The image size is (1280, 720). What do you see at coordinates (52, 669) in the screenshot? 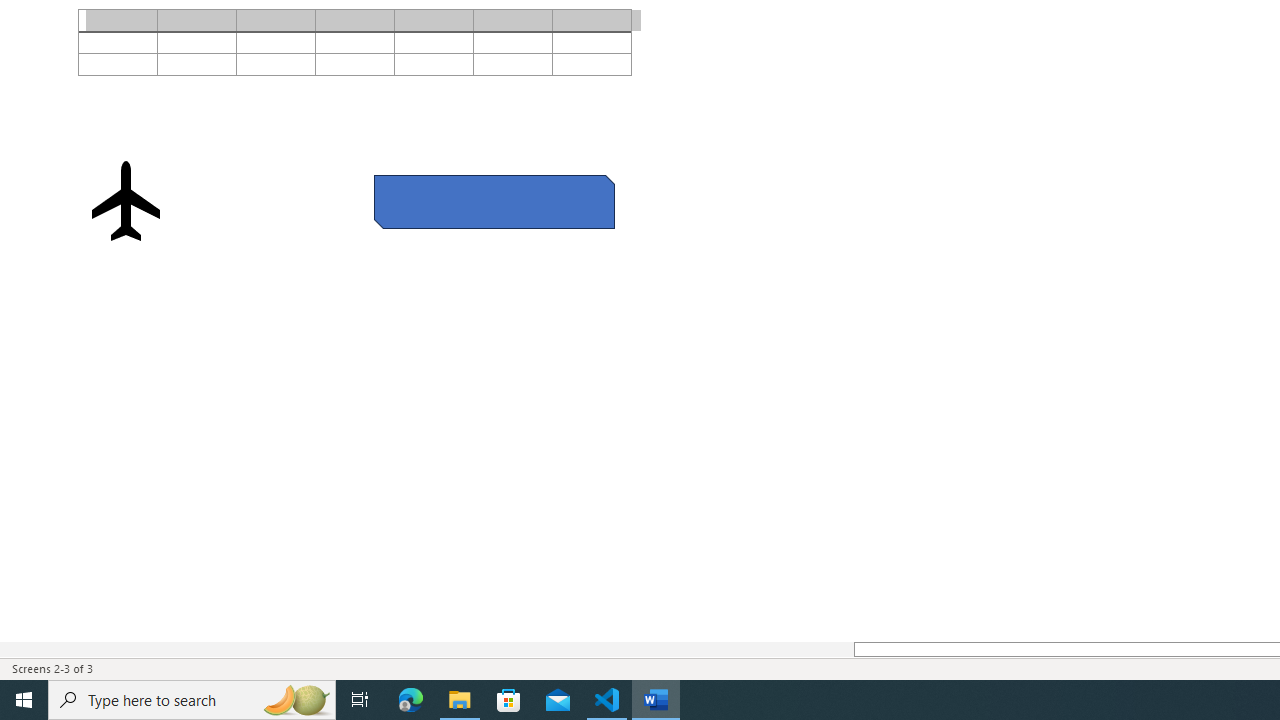
I see `'Page Number Screens 2-3 of 3 '` at bounding box center [52, 669].